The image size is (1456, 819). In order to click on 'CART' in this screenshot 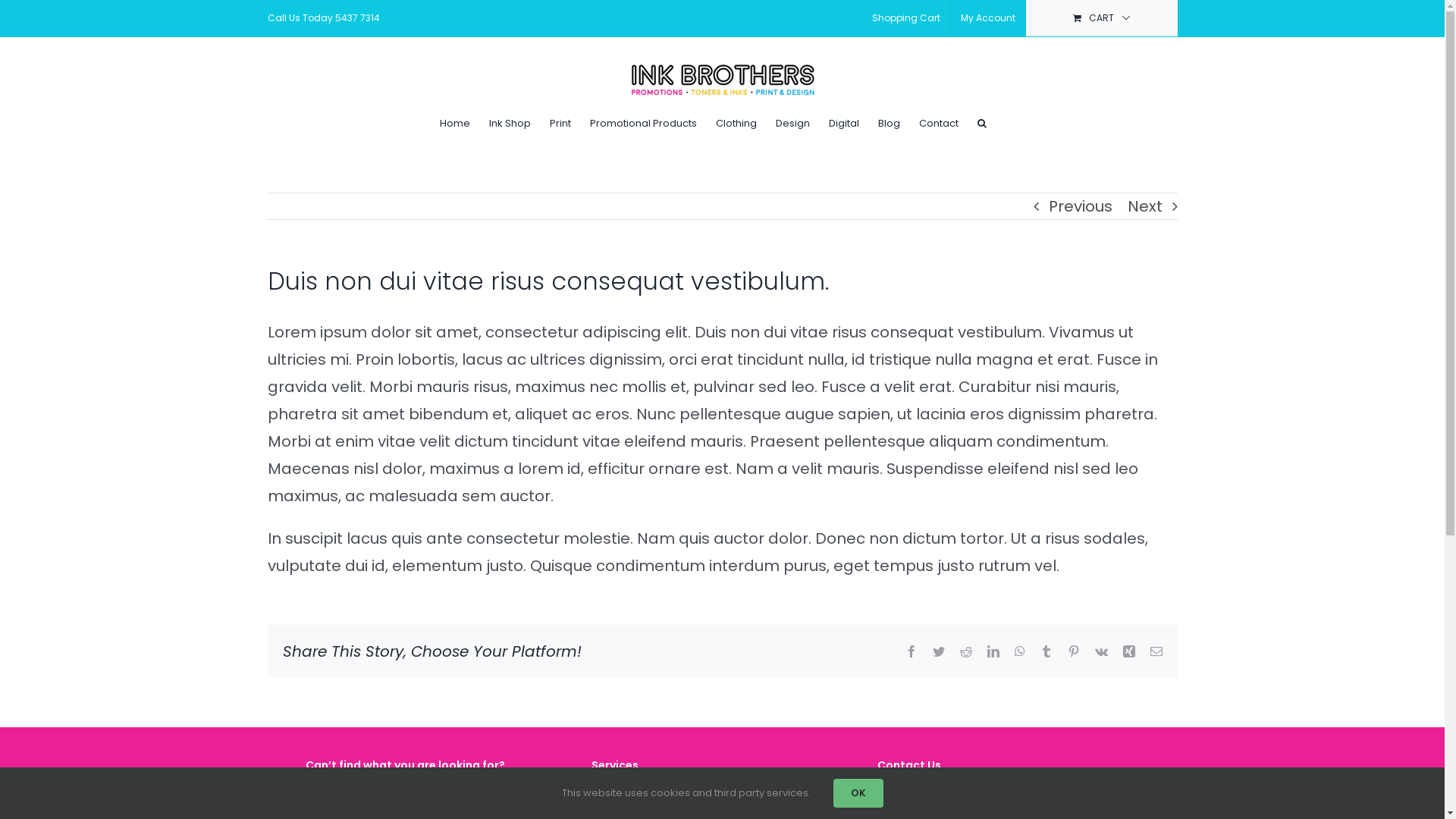, I will do `click(1101, 17)`.